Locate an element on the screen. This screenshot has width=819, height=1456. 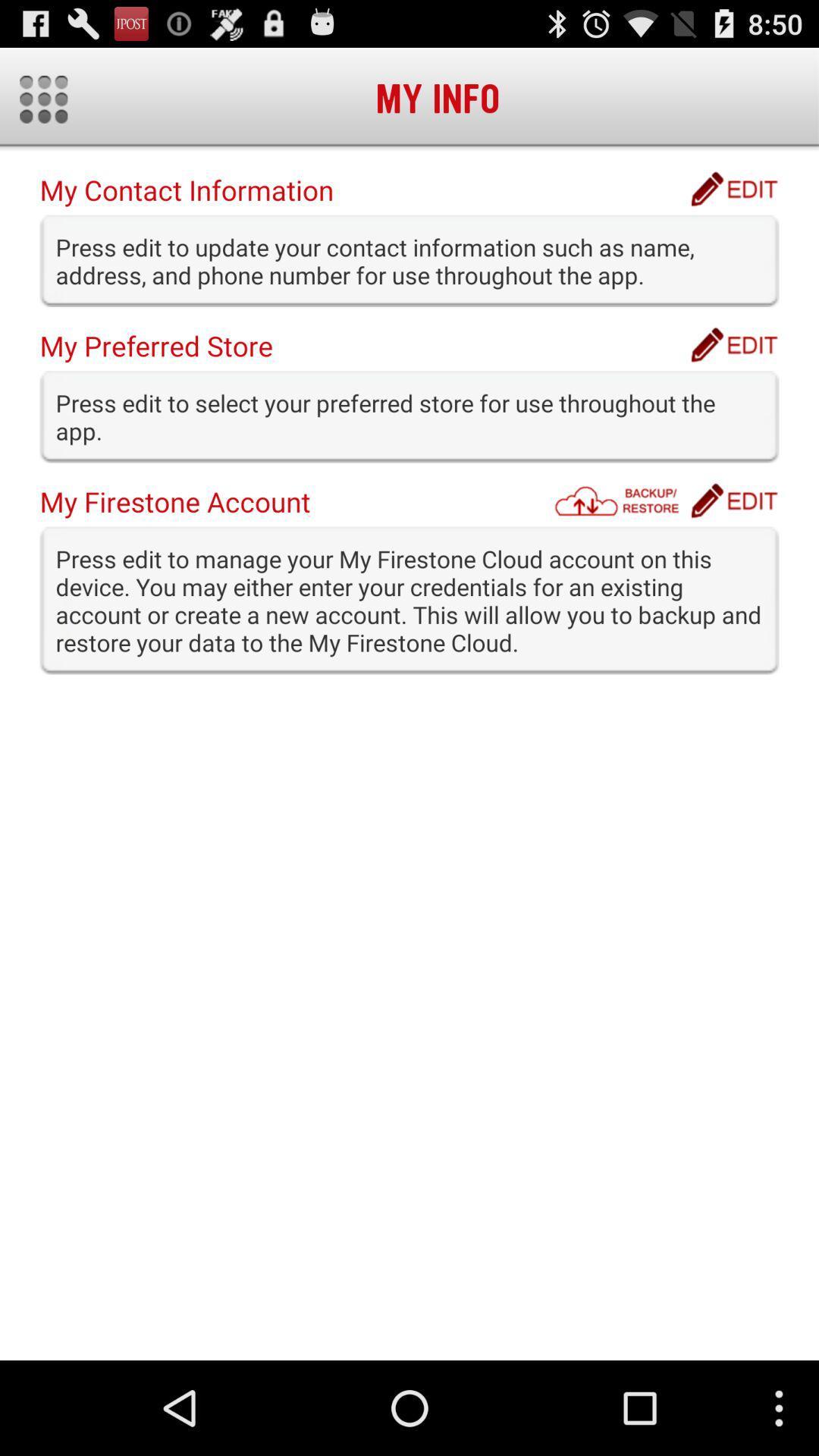
editar informaes is located at coordinates (733, 188).